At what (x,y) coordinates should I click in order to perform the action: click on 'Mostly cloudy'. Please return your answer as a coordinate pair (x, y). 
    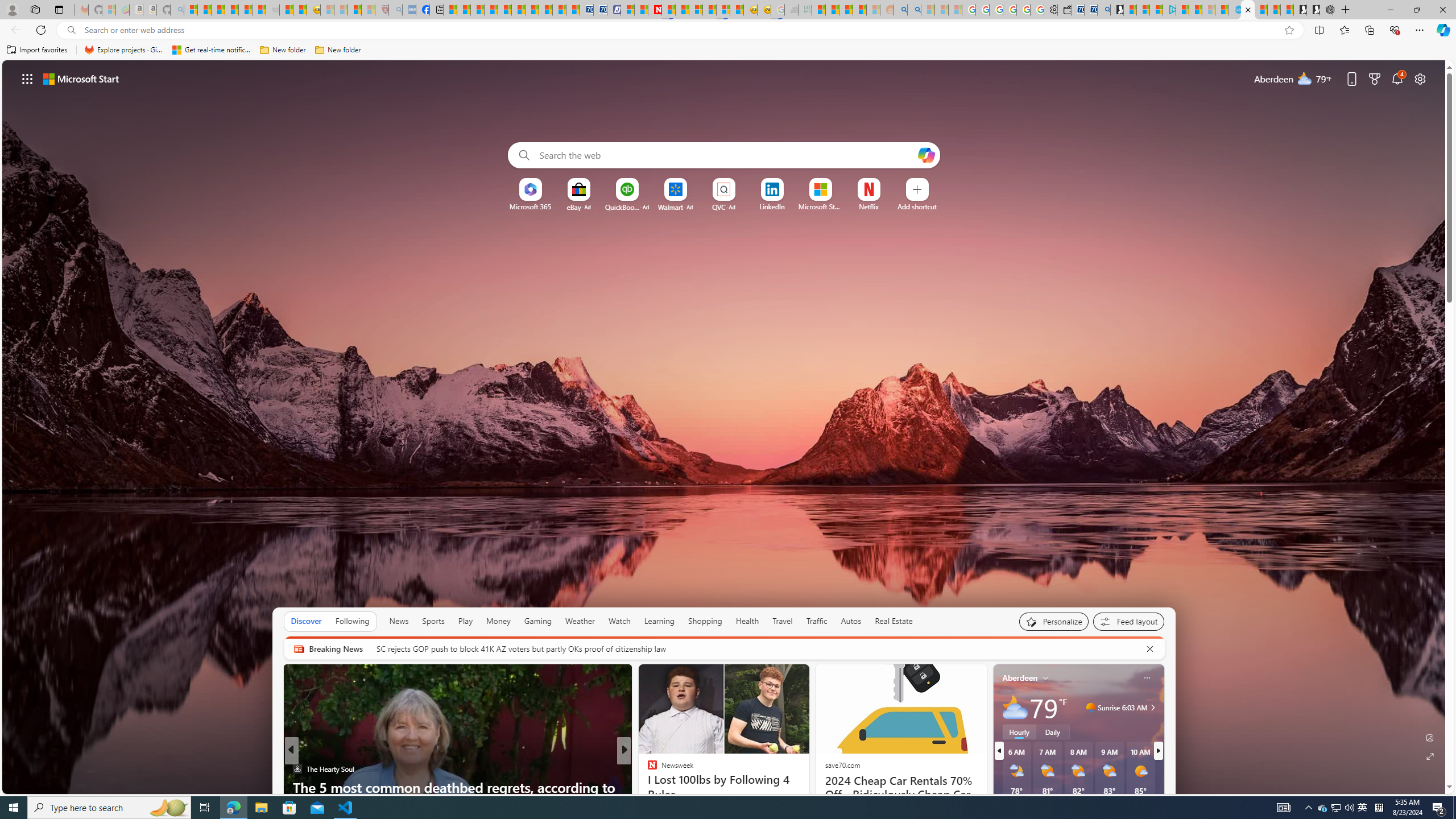
    Looking at the image, I should click on (1015, 708).